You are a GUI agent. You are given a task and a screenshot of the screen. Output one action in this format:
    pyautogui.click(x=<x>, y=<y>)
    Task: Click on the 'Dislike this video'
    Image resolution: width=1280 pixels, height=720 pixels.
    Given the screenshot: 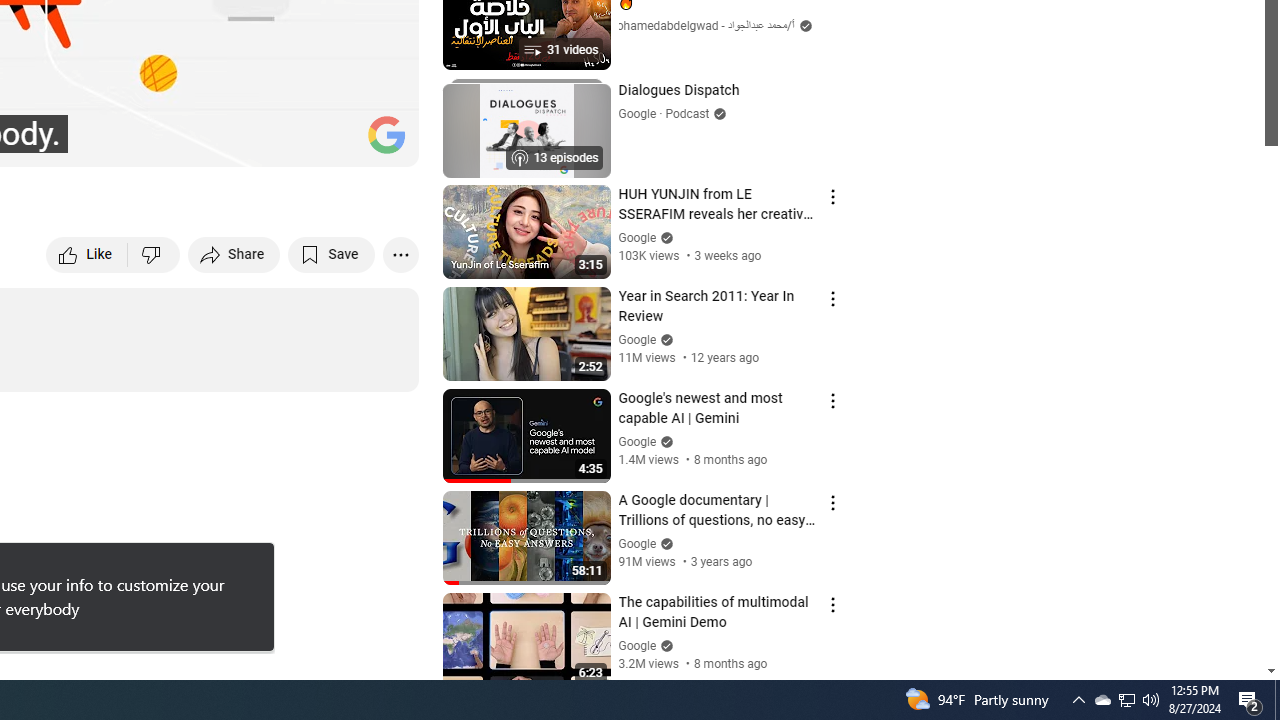 What is the action you would take?
    pyautogui.click(x=153, y=253)
    